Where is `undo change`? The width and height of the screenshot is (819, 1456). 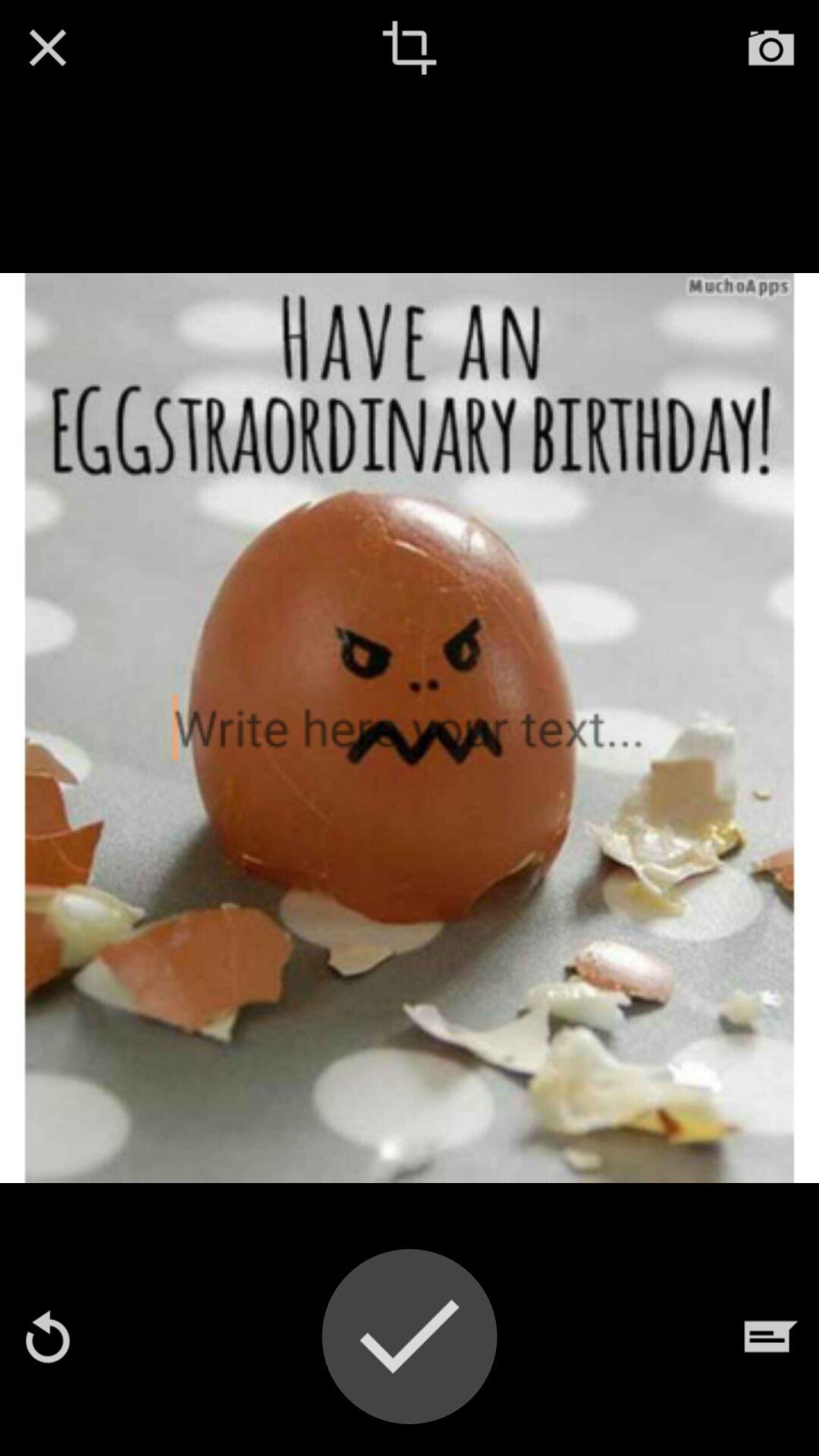
undo change is located at coordinates (46, 1336).